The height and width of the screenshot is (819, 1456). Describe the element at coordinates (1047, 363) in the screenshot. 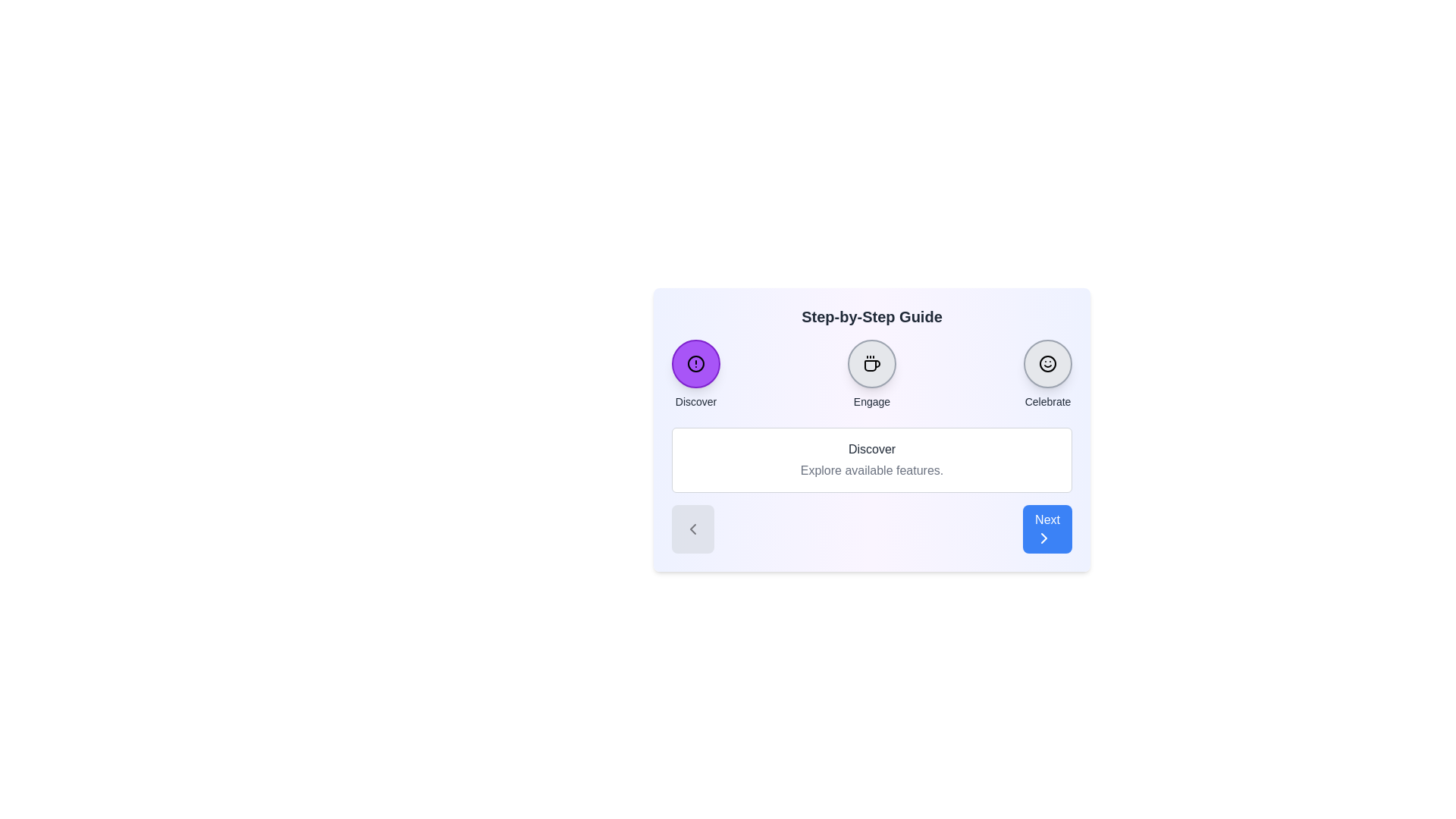

I see `the third button in the horizontal sequence of options in the step-by-step guide, which is located on the far right and is associated with the action of celebration` at that location.